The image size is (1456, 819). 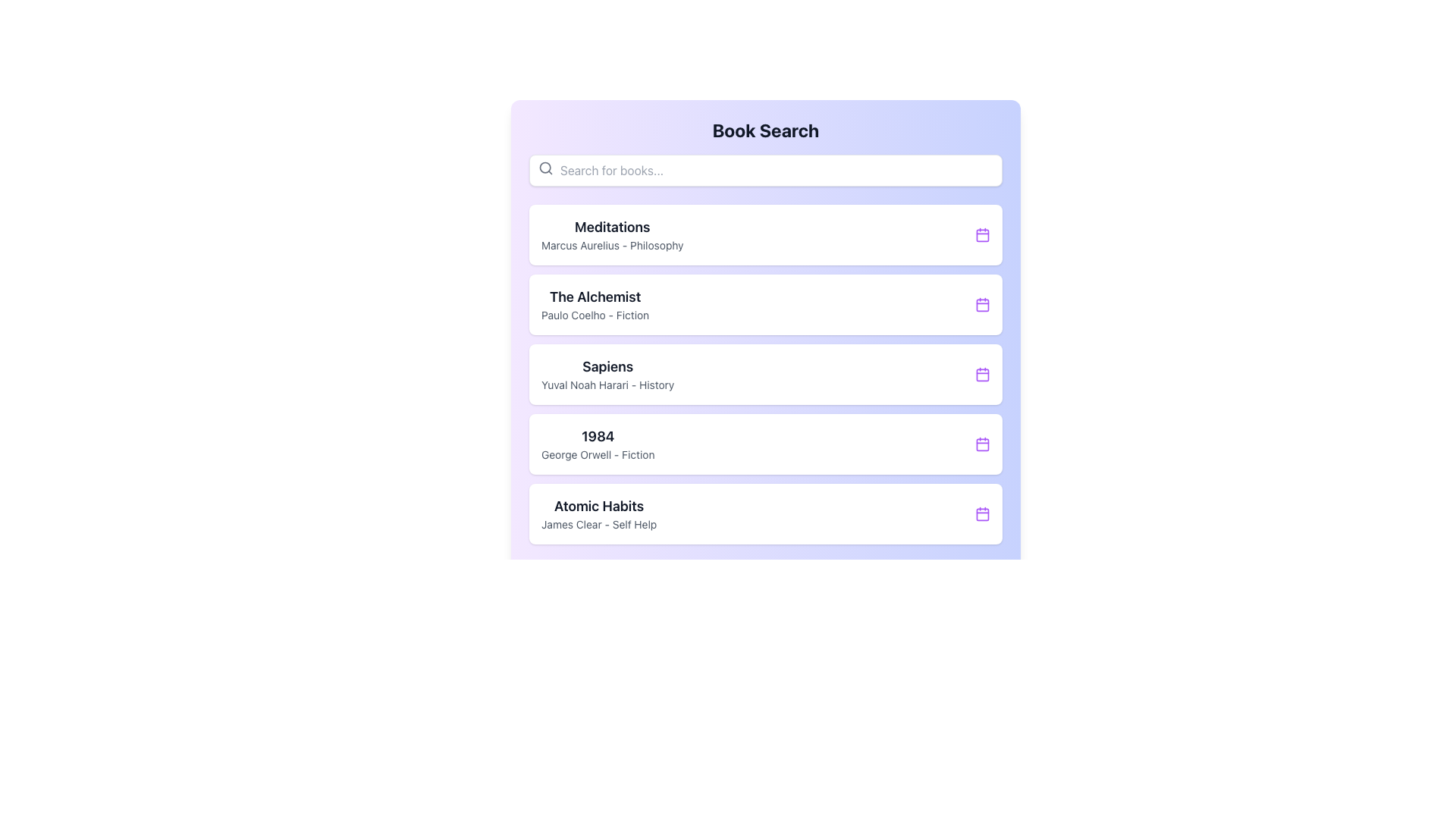 I want to click on the first list item showcasing a book title and author, located directly below the search bar in the interface, so click(x=765, y=234).